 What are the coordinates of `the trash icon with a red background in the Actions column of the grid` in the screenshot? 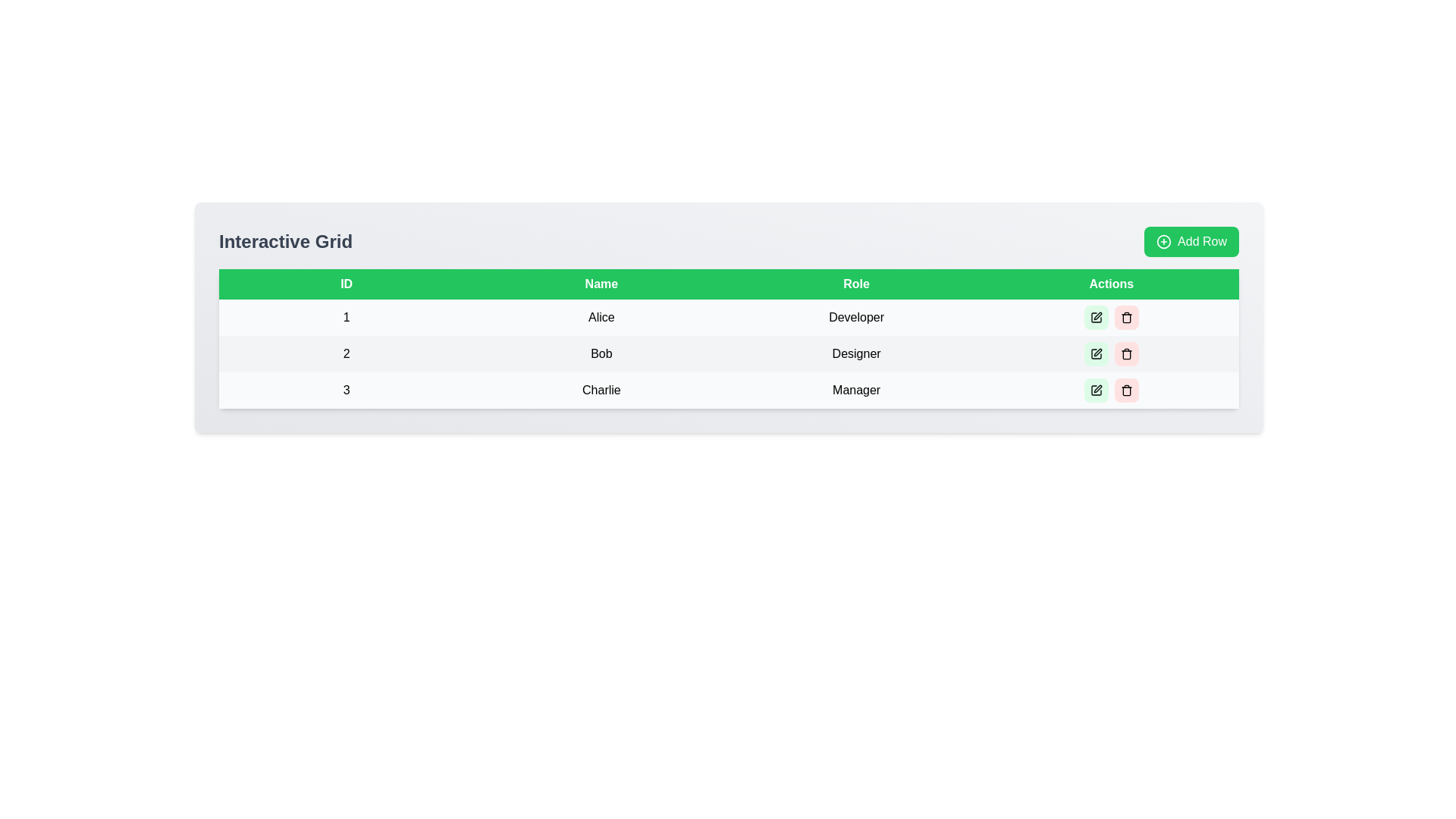 It's located at (1126, 353).